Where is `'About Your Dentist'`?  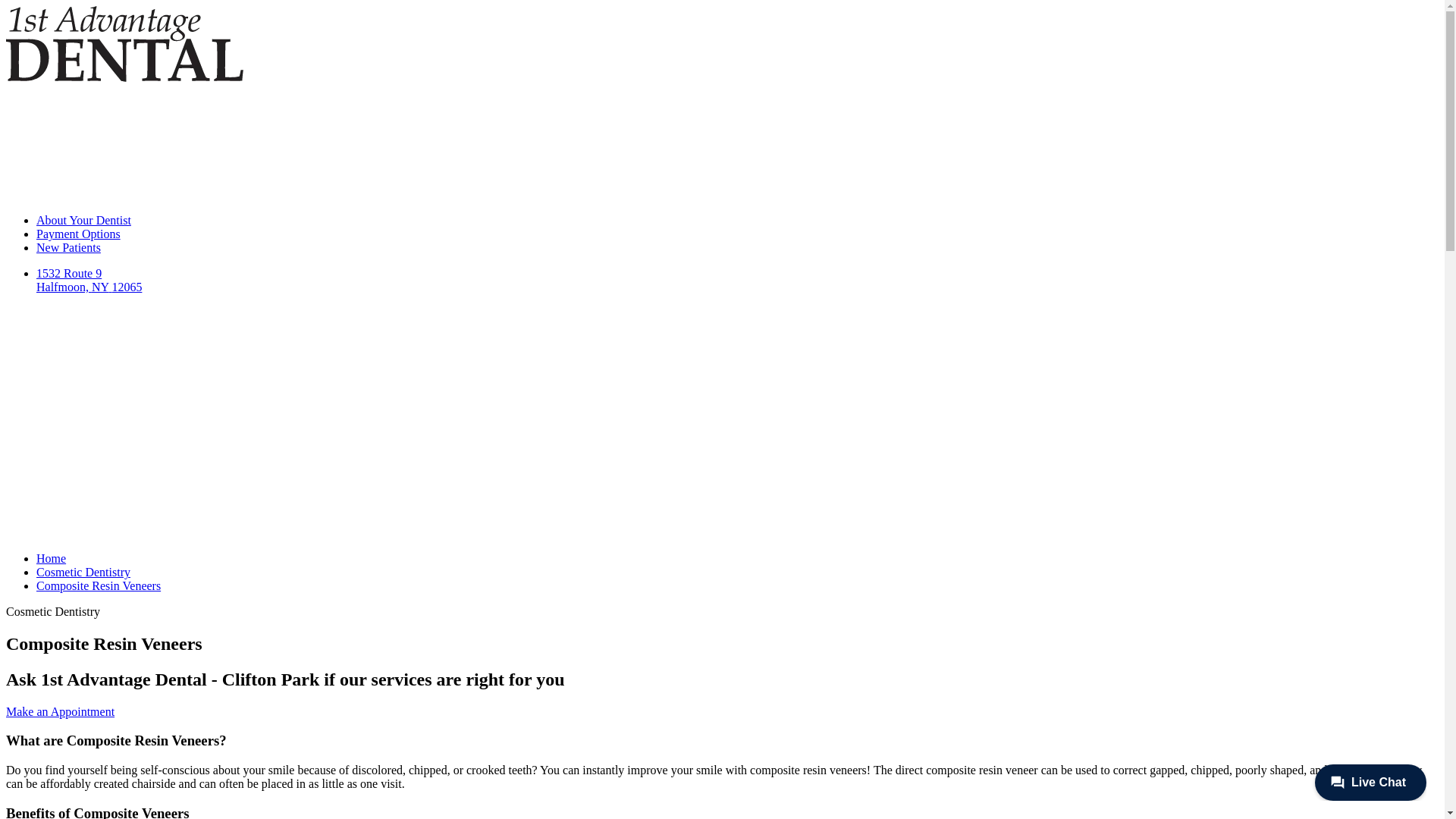
'About Your Dentist' is located at coordinates (83, 220).